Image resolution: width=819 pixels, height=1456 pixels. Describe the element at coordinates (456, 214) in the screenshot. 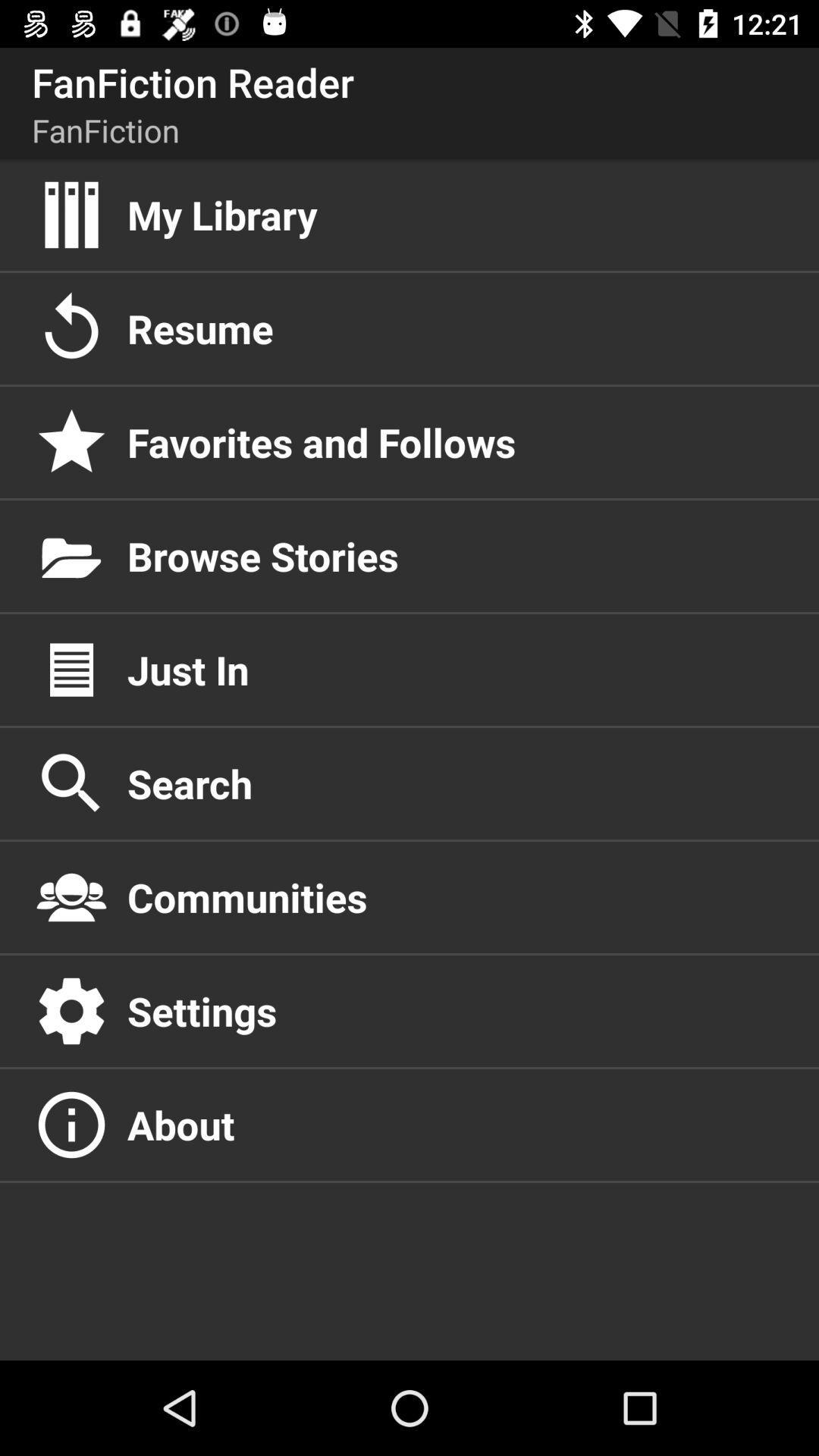

I see `app below the fanfiction item` at that location.